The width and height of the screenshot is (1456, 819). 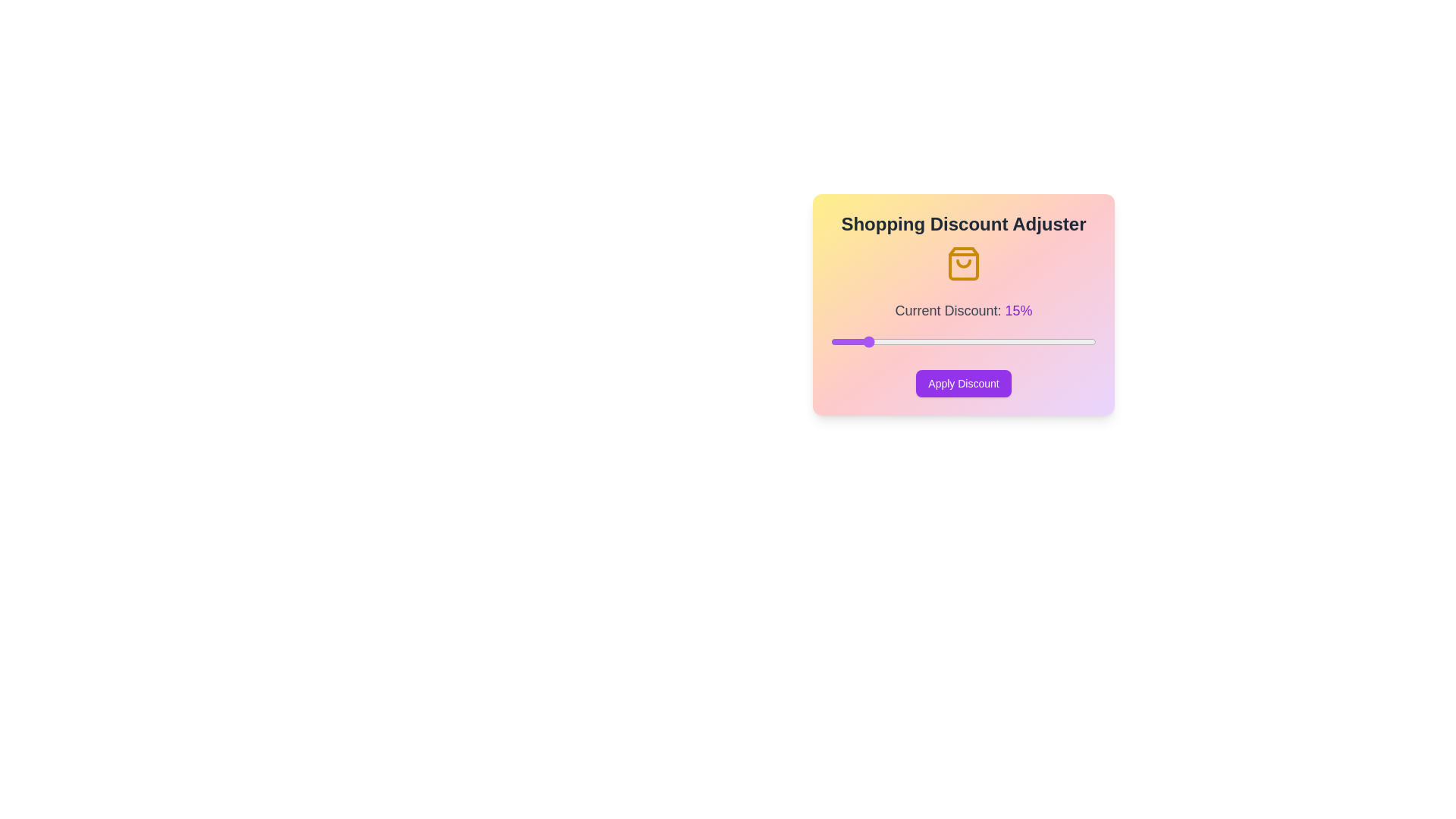 I want to click on the discount slider to set the discount percentage to 45, so click(x=1062, y=342).